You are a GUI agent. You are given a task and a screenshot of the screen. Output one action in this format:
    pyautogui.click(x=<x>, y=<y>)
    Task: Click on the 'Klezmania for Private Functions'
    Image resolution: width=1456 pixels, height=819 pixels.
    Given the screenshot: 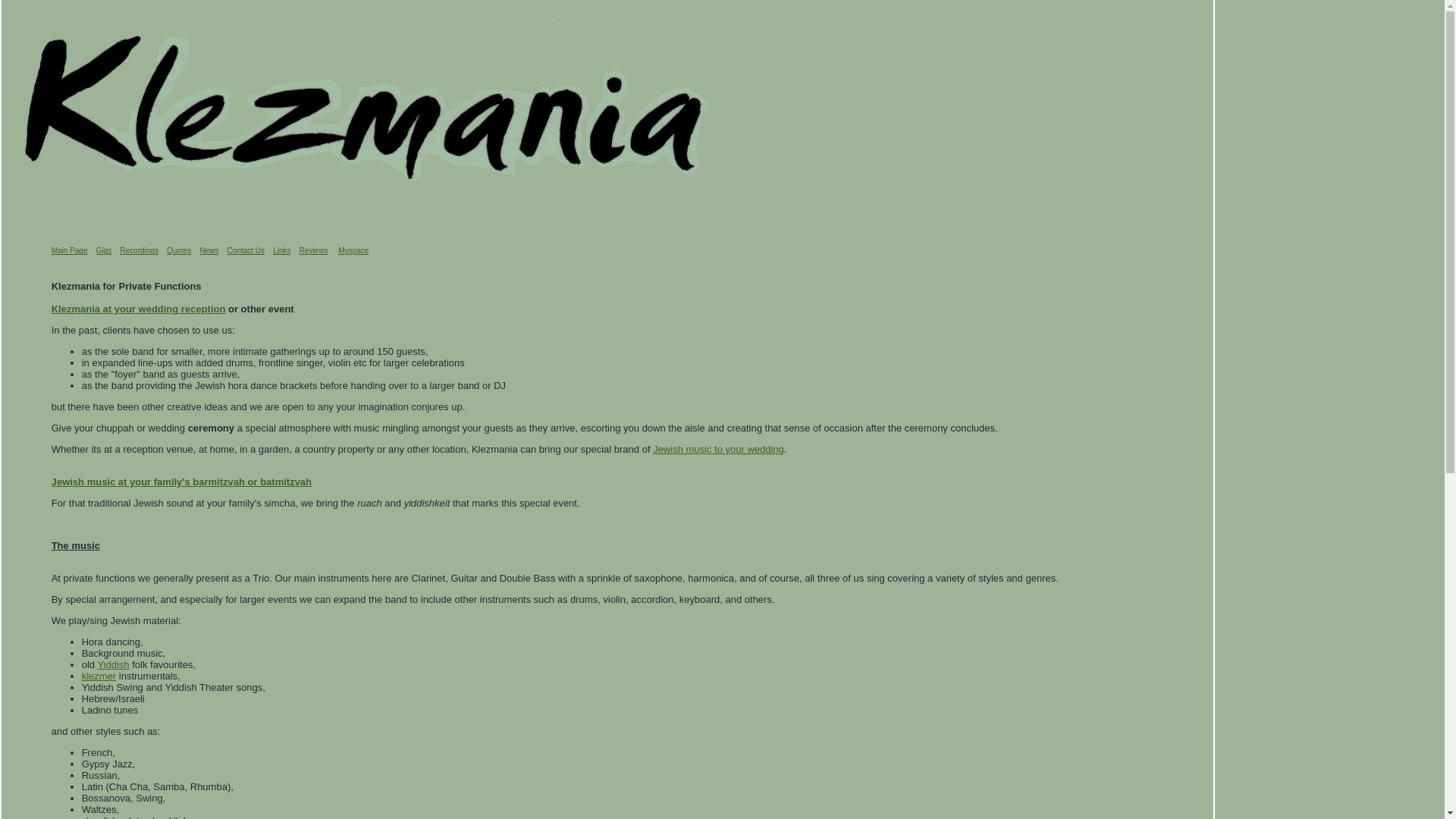 What is the action you would take?
    pyautogui.click(x=127, y=286)
    